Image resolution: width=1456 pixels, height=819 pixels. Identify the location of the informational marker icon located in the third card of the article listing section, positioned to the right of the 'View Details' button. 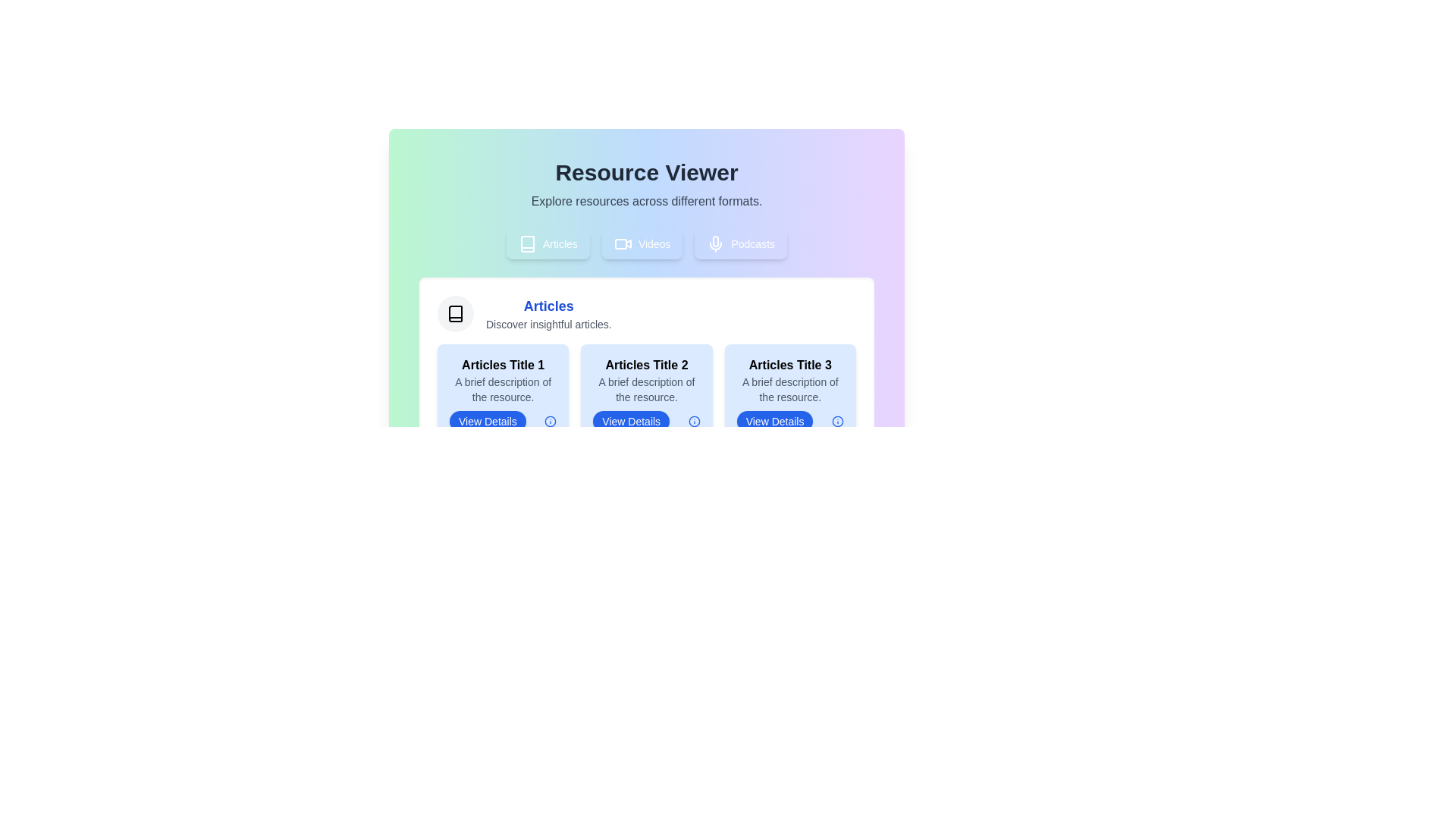
(836, 421).